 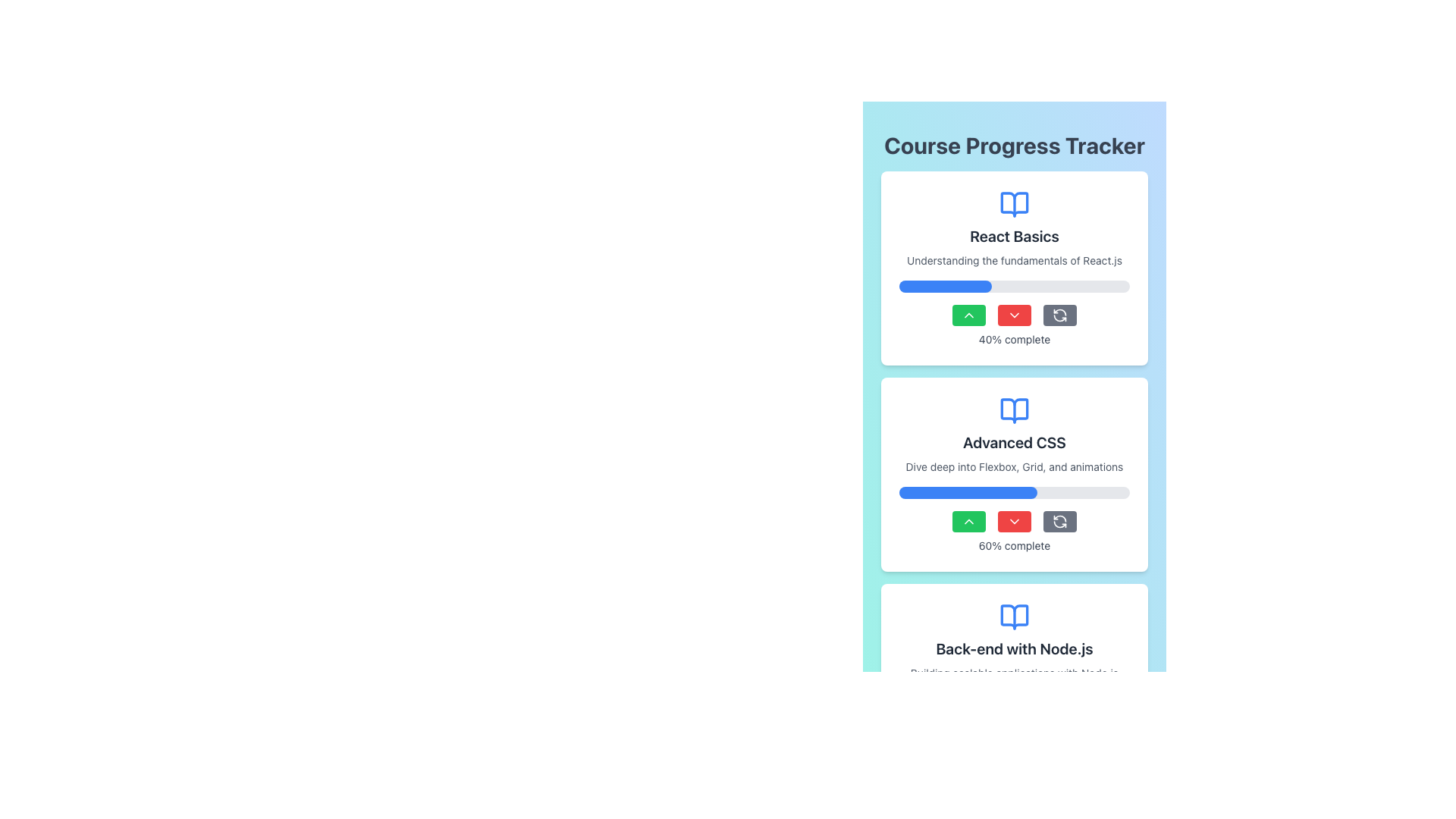 What do you see at coordinates (944, 287) in the screenshot?
I see `the progress display bar for the 'React Basics' course` at bounding box center [944, 287].